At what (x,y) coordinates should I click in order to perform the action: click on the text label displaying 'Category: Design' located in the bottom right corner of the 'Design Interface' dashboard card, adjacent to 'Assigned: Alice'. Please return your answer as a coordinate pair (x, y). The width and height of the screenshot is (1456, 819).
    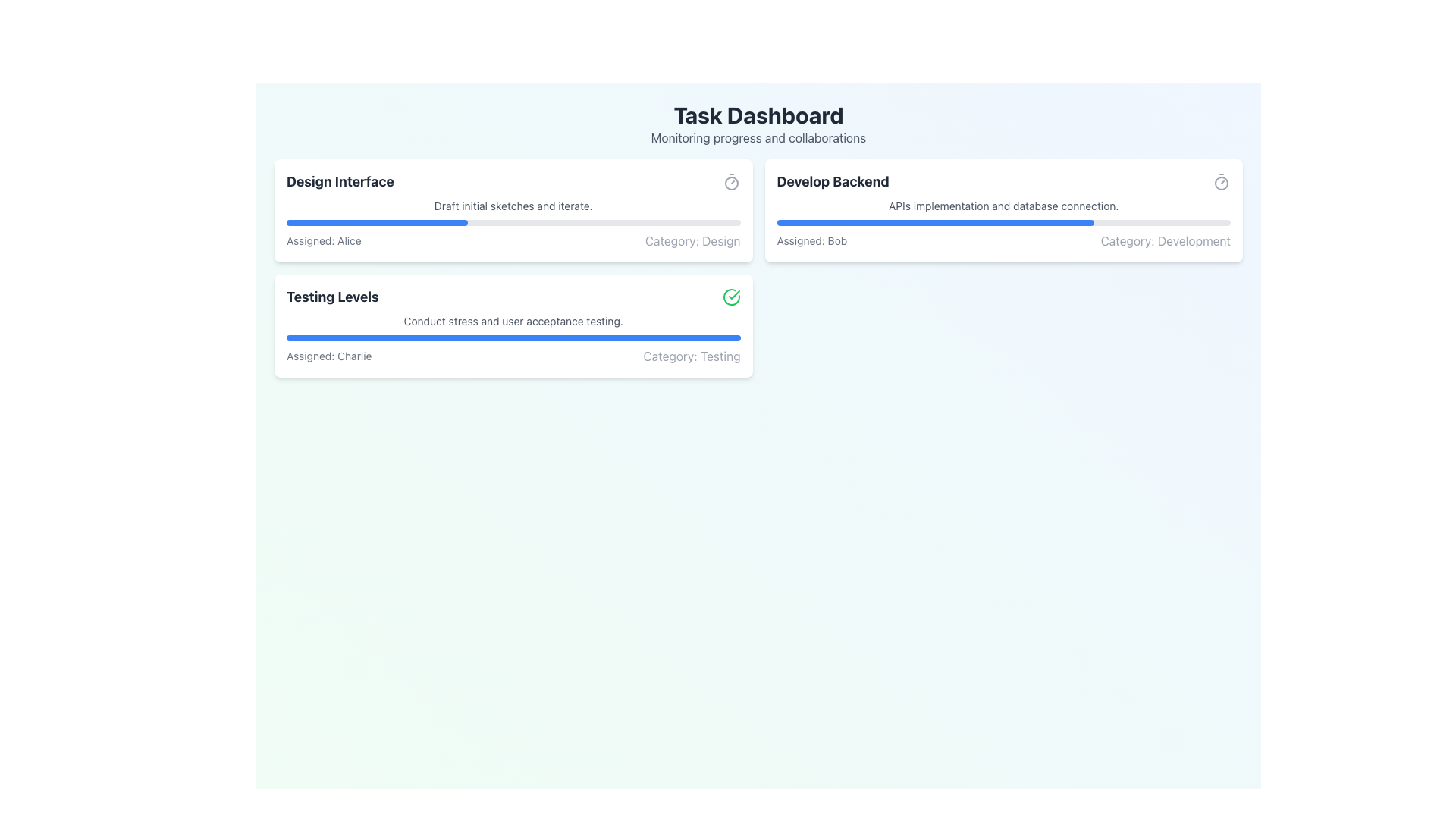
    Looking at the image, I should click on (692, 240).